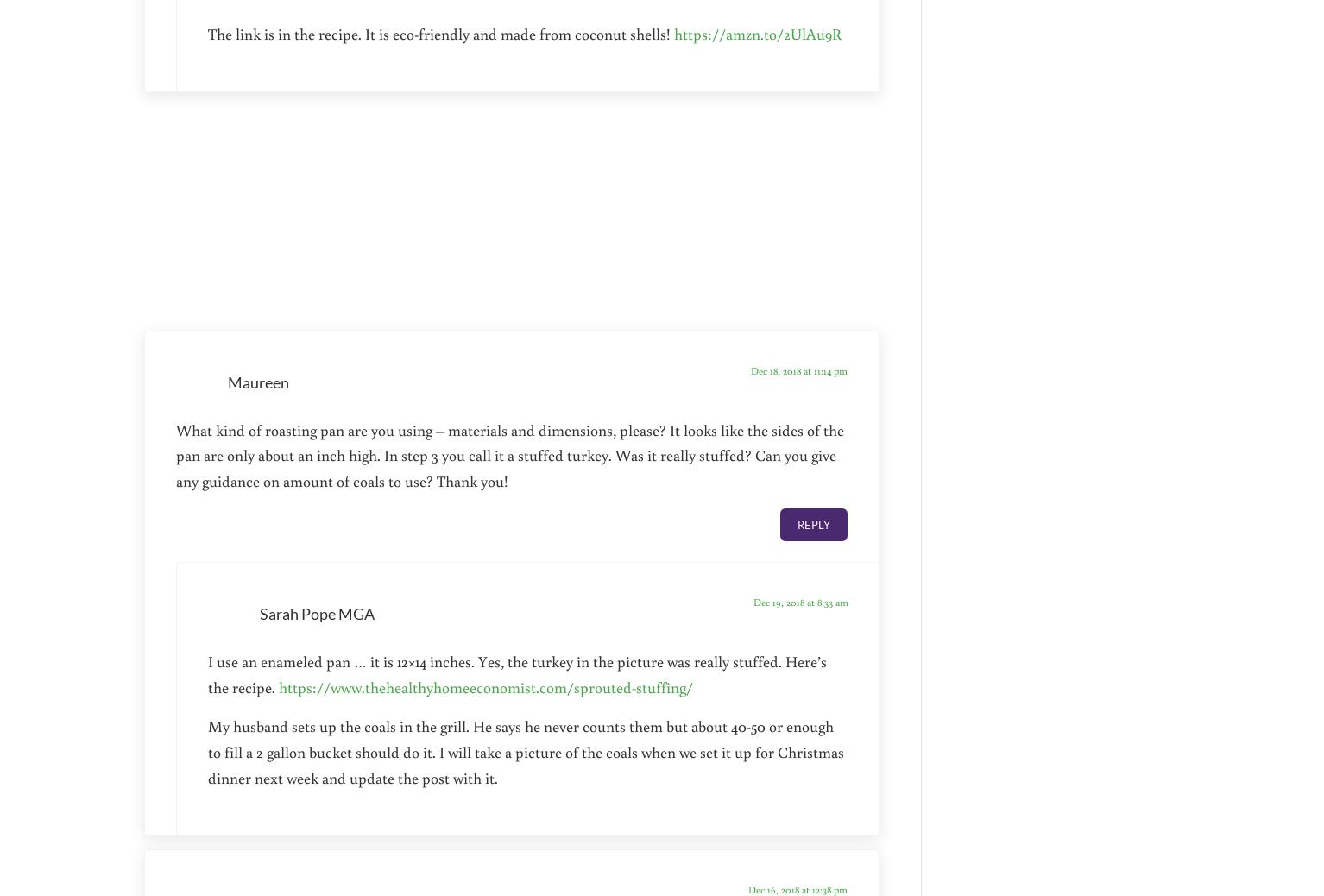  What do you see at coordinates (258, 381) in the screenshot?
I see `'Maureen'` at bounding box center [258, 381].